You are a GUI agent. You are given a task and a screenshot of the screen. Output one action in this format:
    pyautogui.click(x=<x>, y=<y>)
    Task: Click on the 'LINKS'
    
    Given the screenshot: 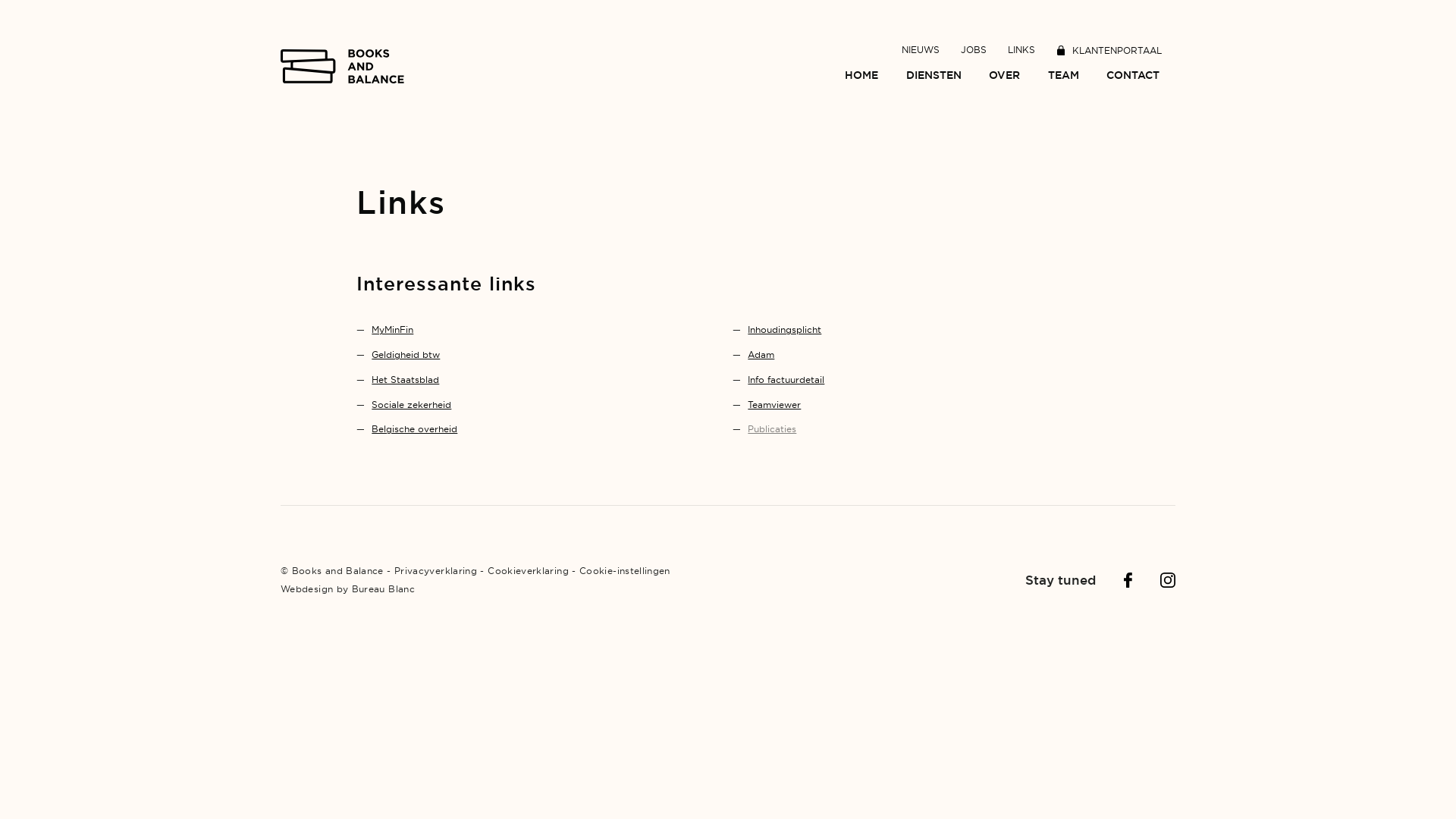 What is the action you would take?
    pyautogui.click(x=1008, y=49)
    